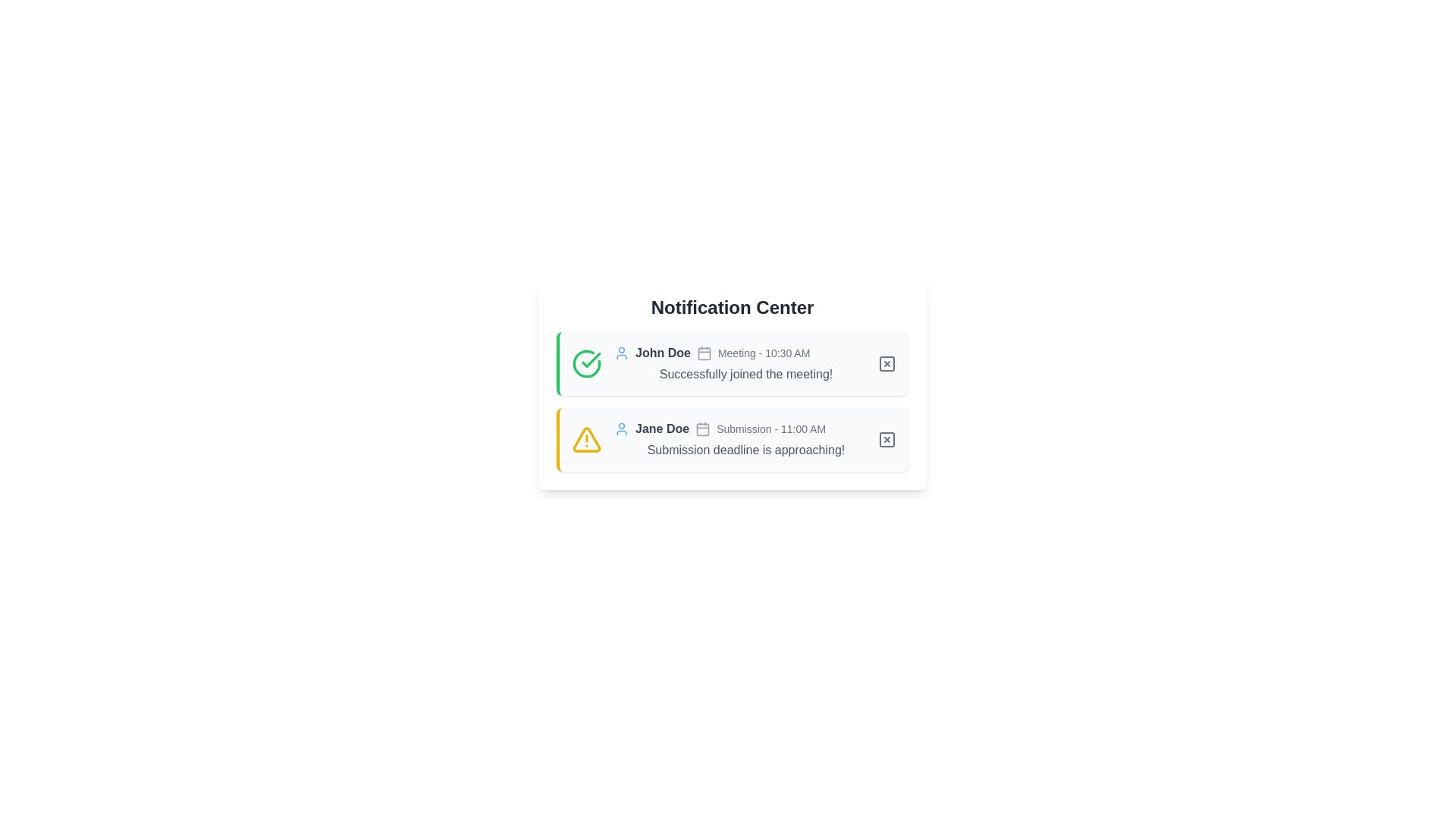  What do you see at coordinates (745, 439) in the screenshot?
I see `the notification component displaying a warning with the title 'Jane Doe', which is the second notification in the Notification Center card` at bounding box center [745, 439].